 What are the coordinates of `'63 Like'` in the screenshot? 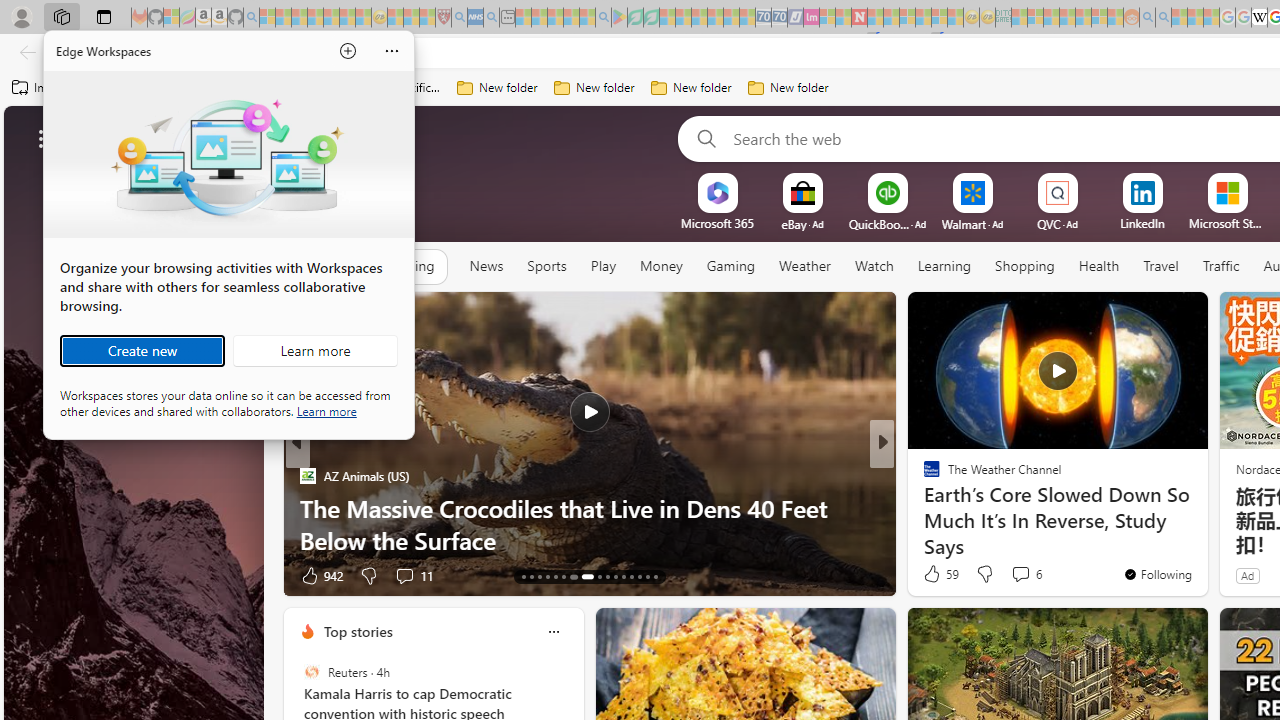 It's located at (933, 575).